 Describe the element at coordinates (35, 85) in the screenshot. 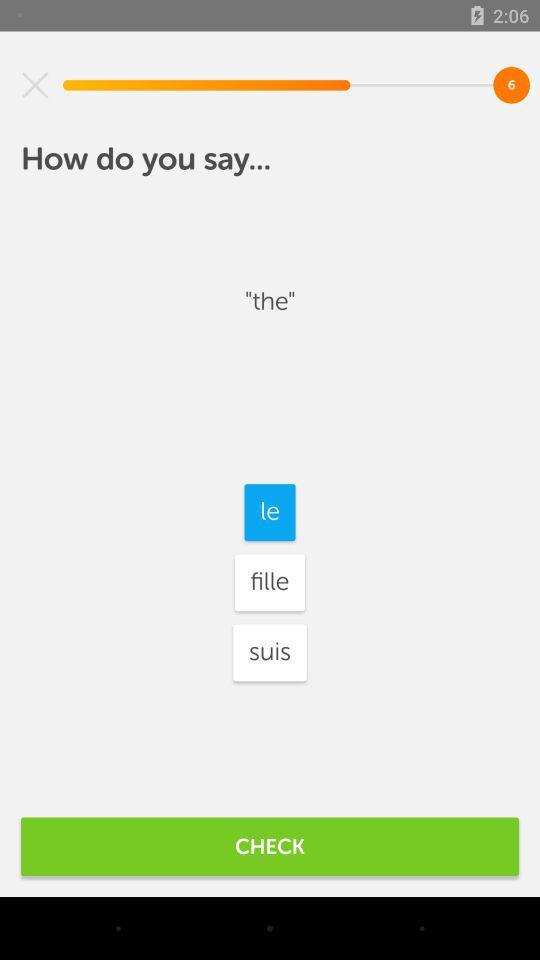

I see `the icon above how do you icon` at that location.